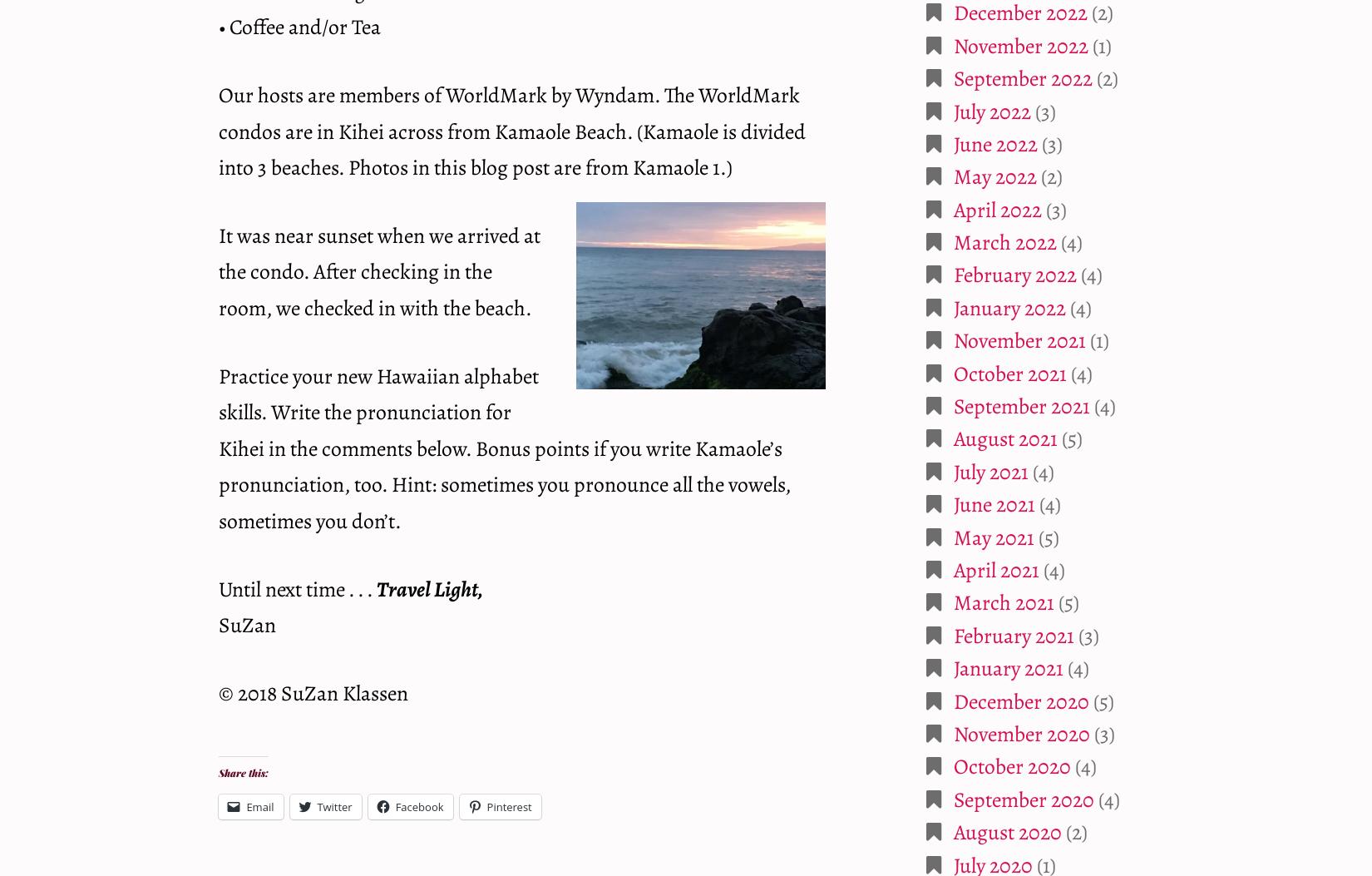  Describe the element at coordinates (994, 536) in the screenshot. I see `'May 2021'` at that location.